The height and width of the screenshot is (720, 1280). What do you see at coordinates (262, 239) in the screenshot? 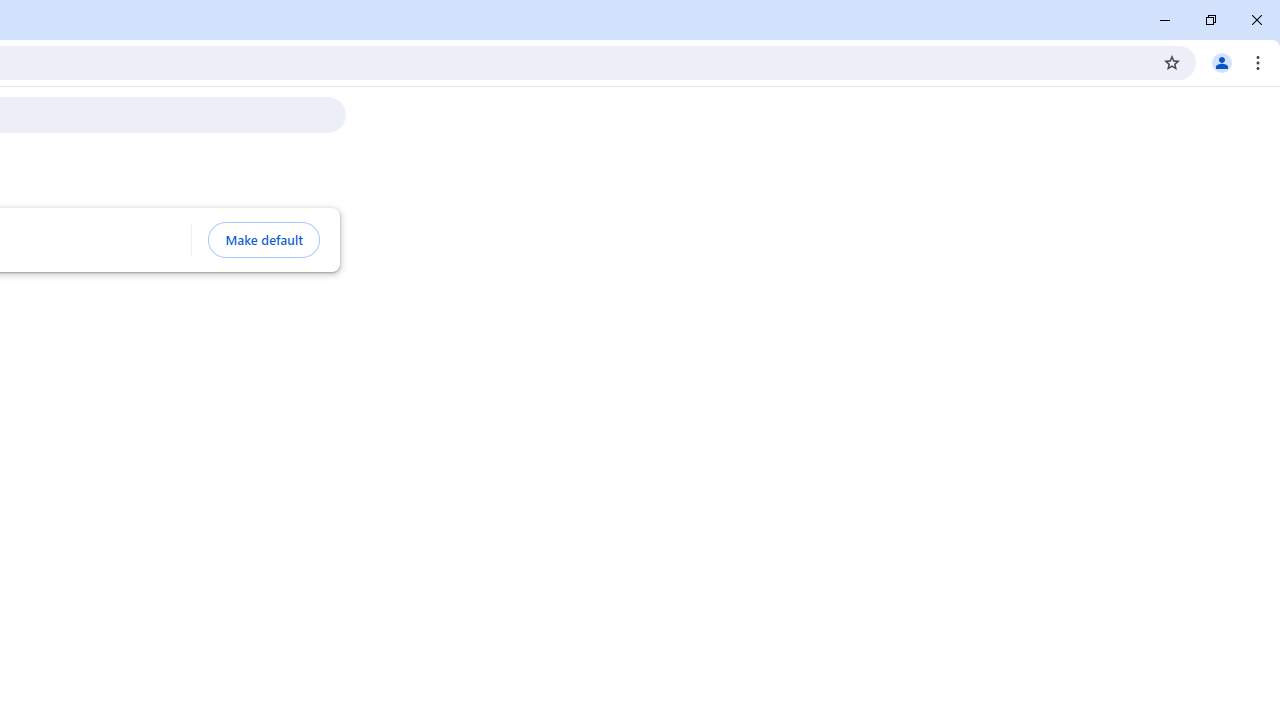
I see `'Make default'` at bounding box center [262, 239].